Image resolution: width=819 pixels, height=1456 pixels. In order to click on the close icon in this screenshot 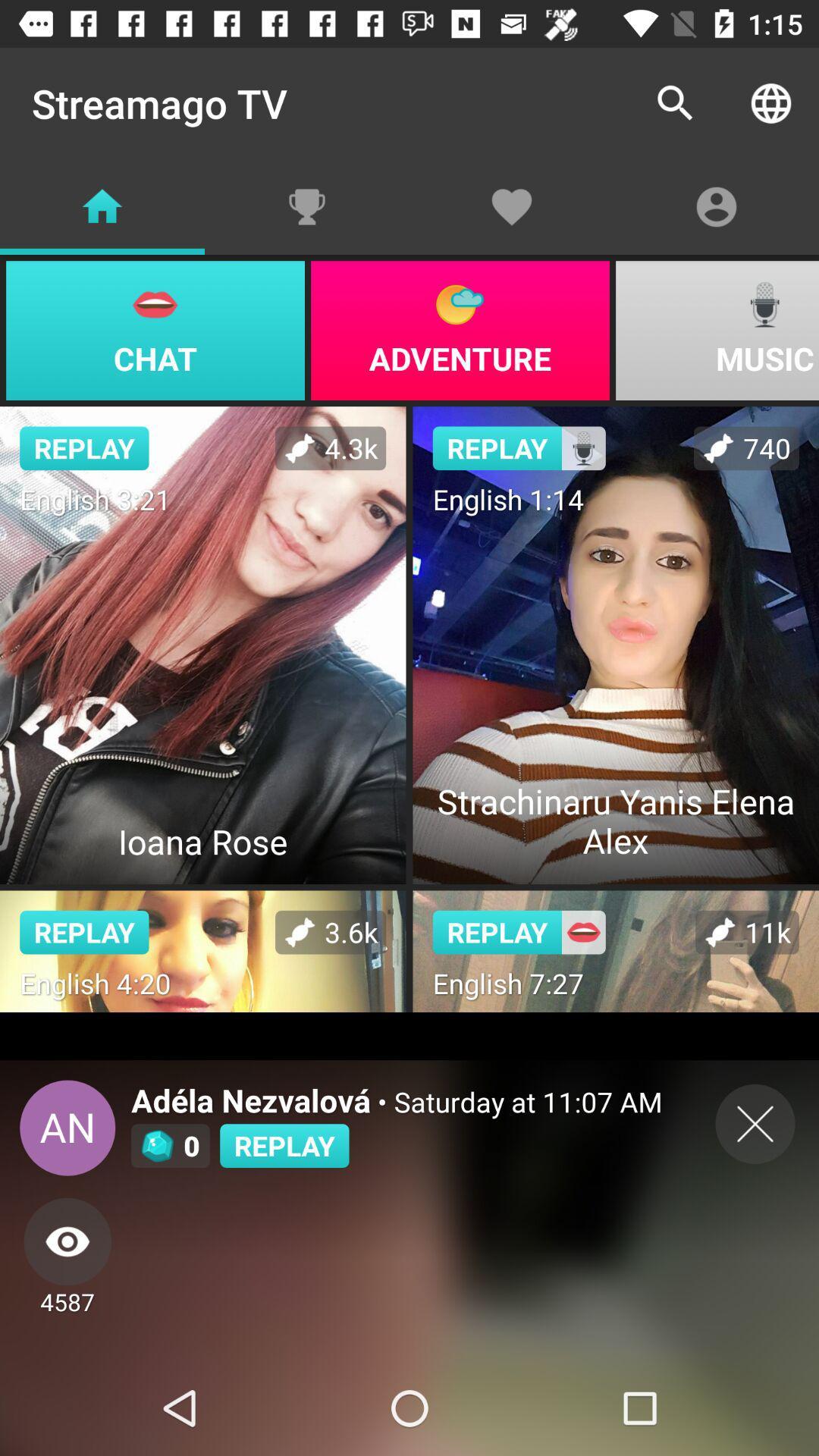, I will do `click(755, 1153)`.